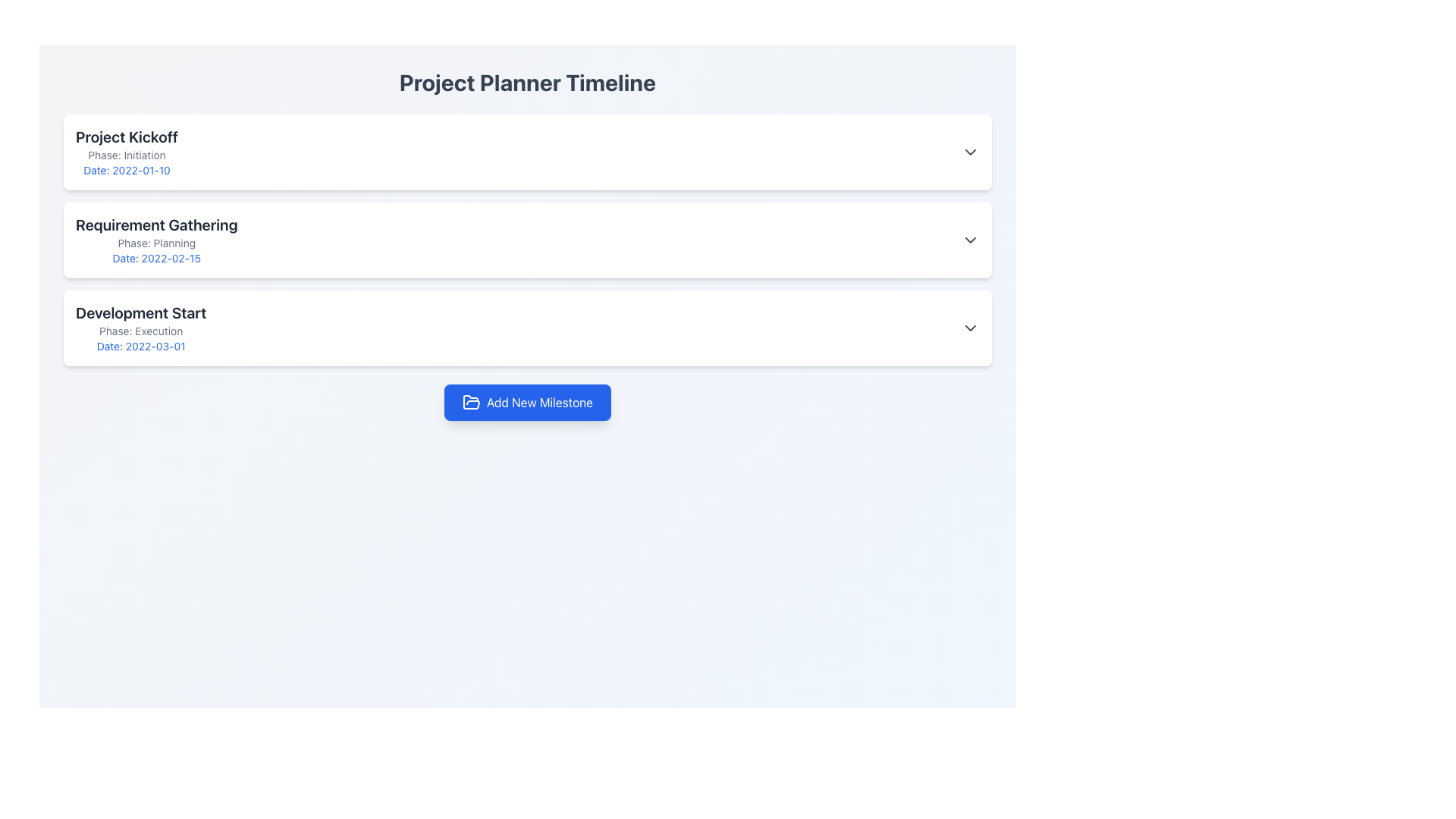  What do you see at coordinates (141, 330) in the screenshot?
I see `the text label displaying 'Phase: Execution' which is located beneath the 'Development Start' section title` at bounding box center [141, 330].